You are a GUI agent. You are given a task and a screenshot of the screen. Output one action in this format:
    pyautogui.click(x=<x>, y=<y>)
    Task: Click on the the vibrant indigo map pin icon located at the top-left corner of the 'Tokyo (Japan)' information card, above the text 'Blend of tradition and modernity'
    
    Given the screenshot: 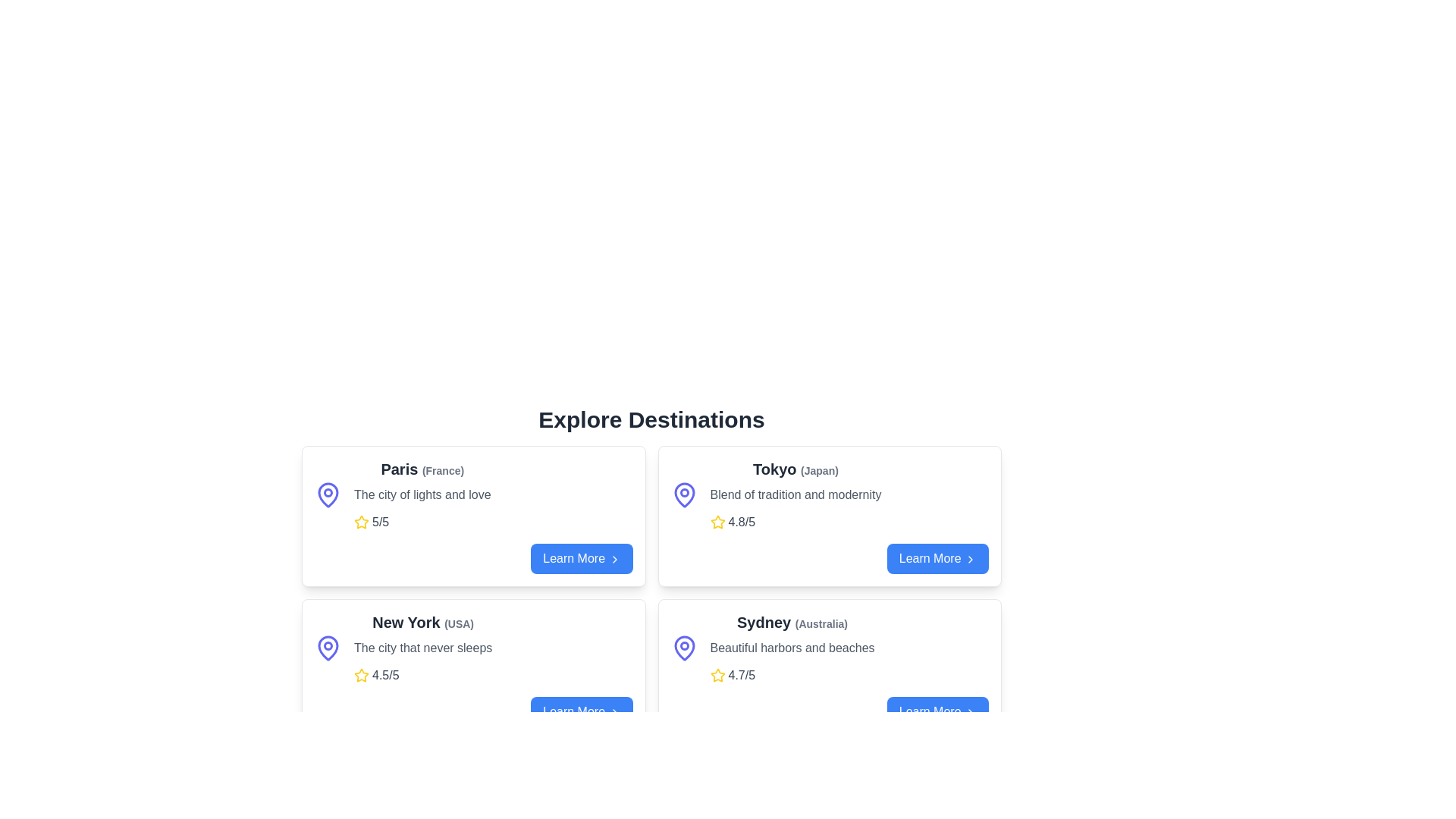 What is the action you would take?
    pyautogui.click(x=683, y=494)
    